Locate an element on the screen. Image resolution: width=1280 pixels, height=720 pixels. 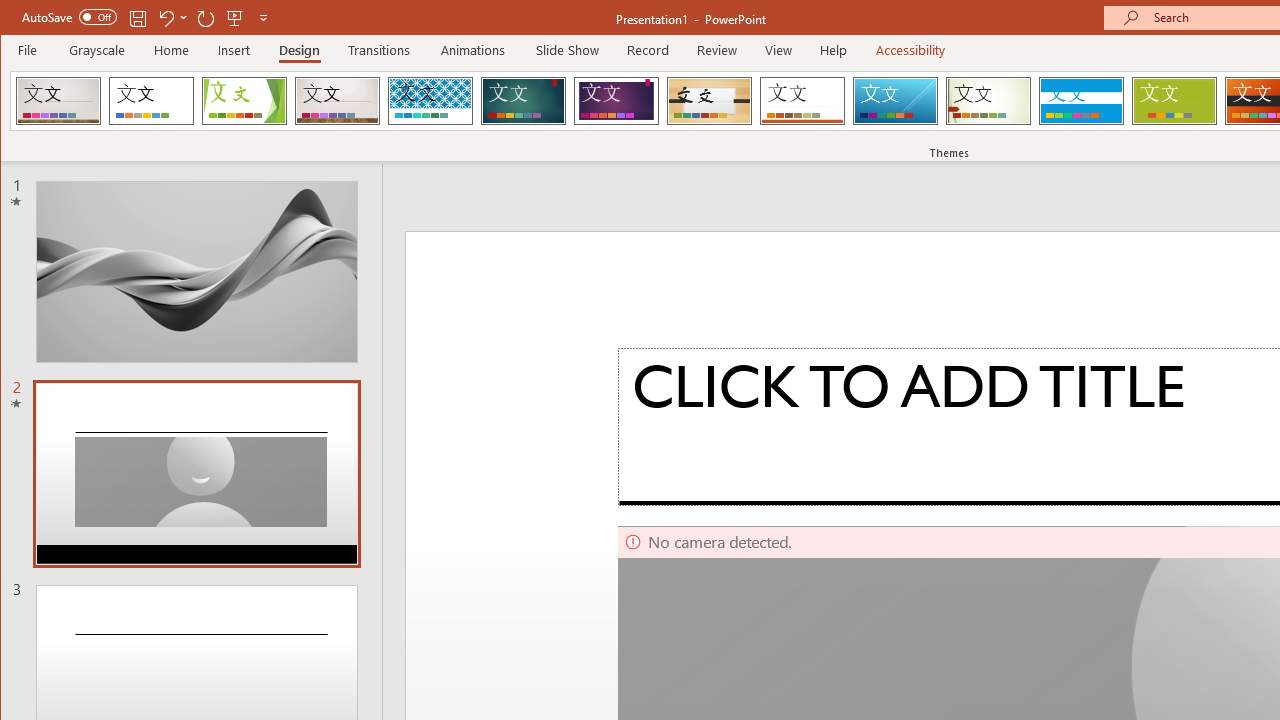
'Slice' is located at coordinates (894, 100).